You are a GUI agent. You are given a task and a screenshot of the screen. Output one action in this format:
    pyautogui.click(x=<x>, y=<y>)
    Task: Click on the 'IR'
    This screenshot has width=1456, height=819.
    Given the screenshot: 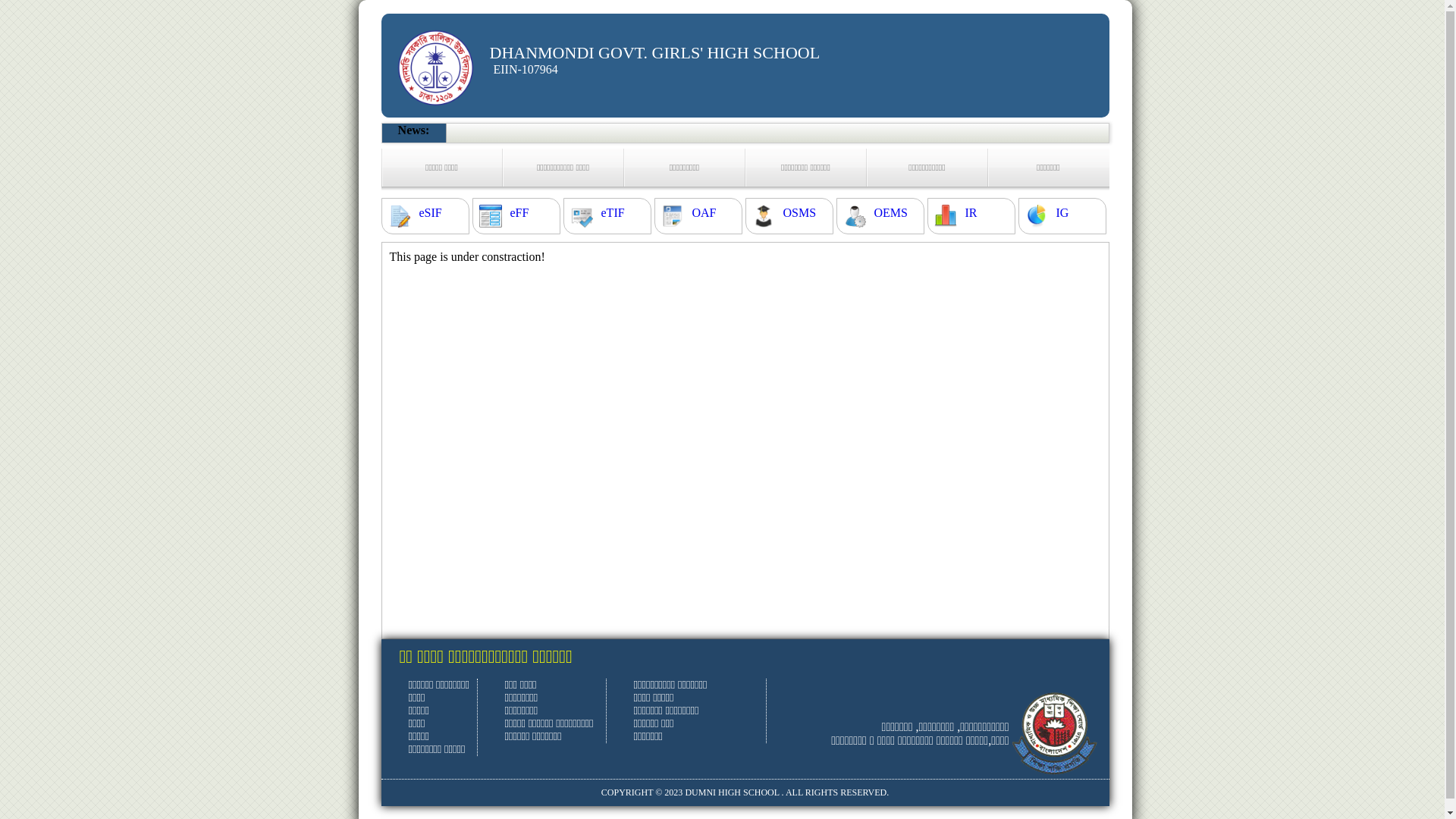 What is the action you would take?
    pyautogui.click(x=971, y=213)
    